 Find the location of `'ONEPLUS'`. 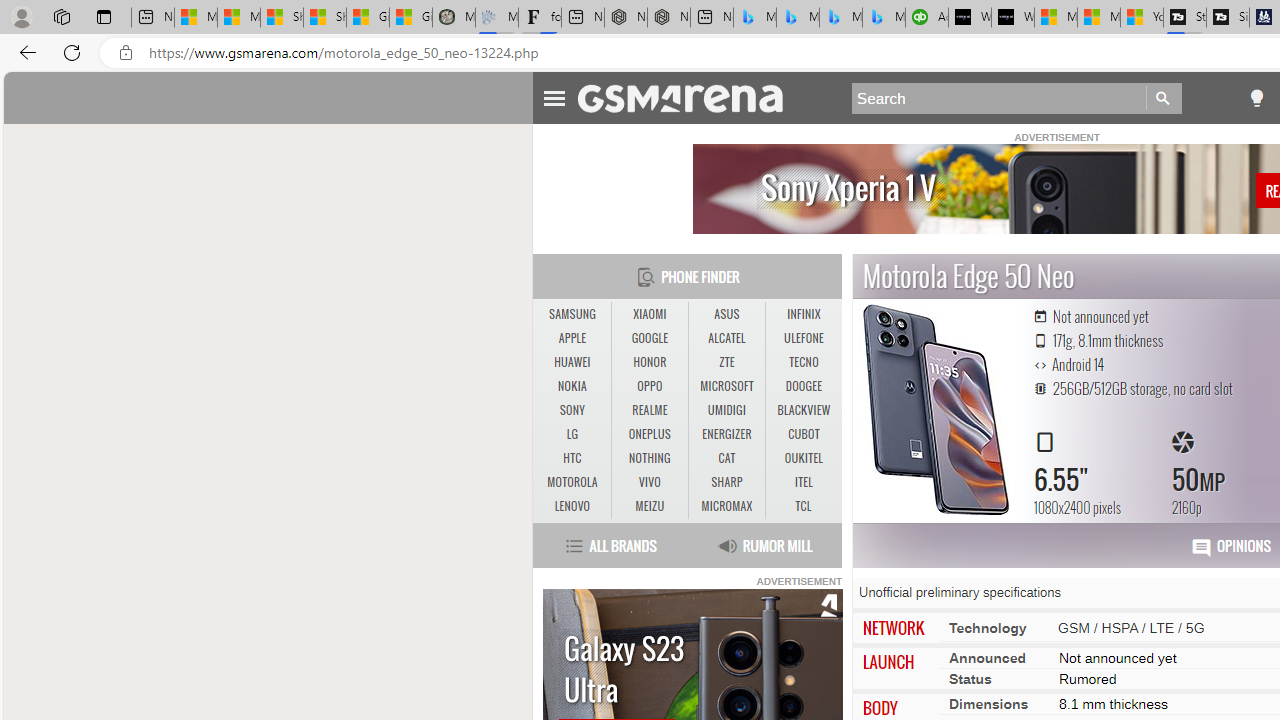

'ONEPLUS' is located at coordinates (649, 433).